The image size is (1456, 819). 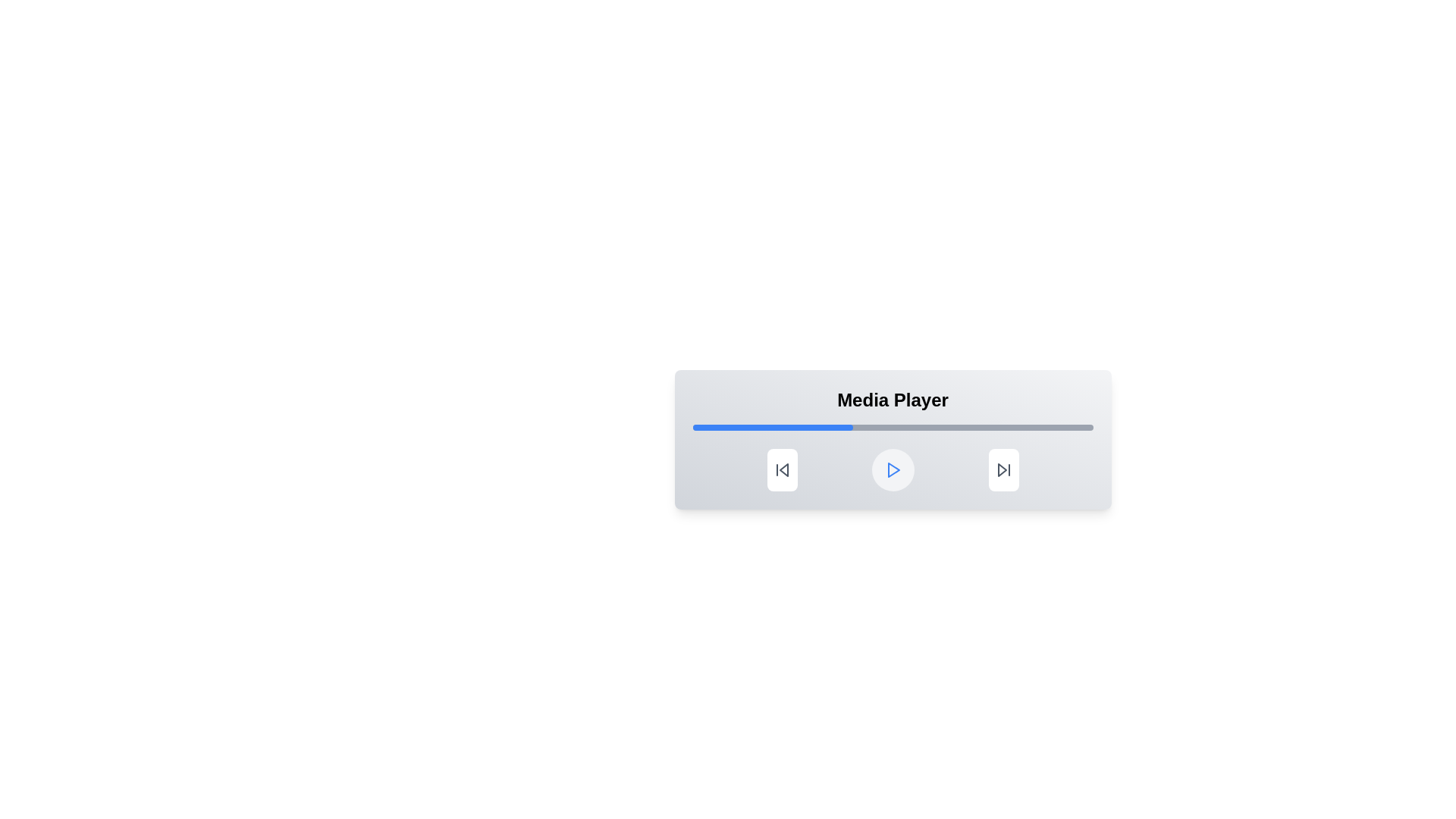 What do you see at coordinates (782, 469) in the screenshot?
I see `the 'skip backward' button, which is the first button on the left in a group of three buttons` at bounding box center [782, 469].